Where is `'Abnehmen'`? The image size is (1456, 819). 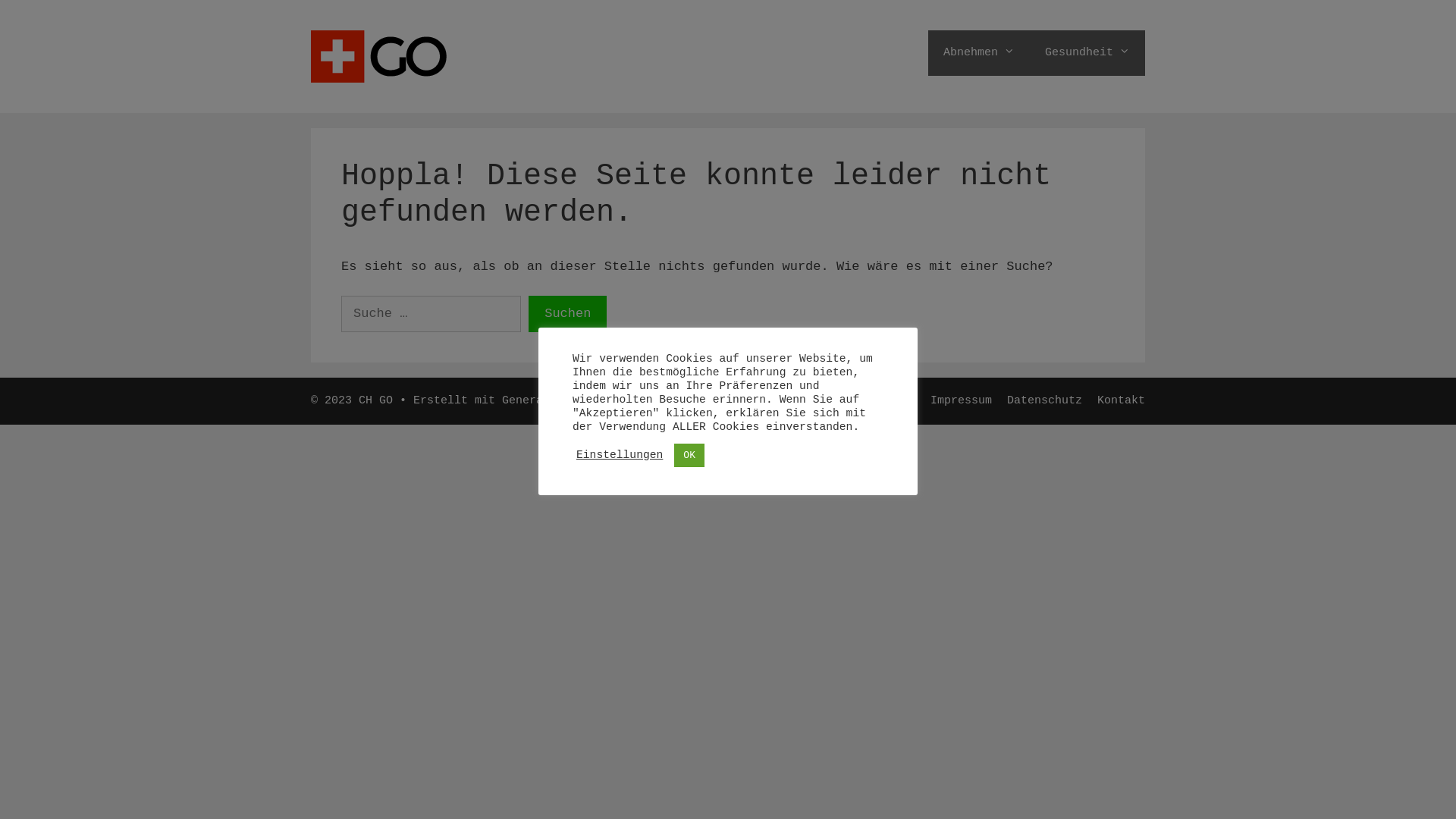
'Abnehmen' is located at coordinates (979, 52).